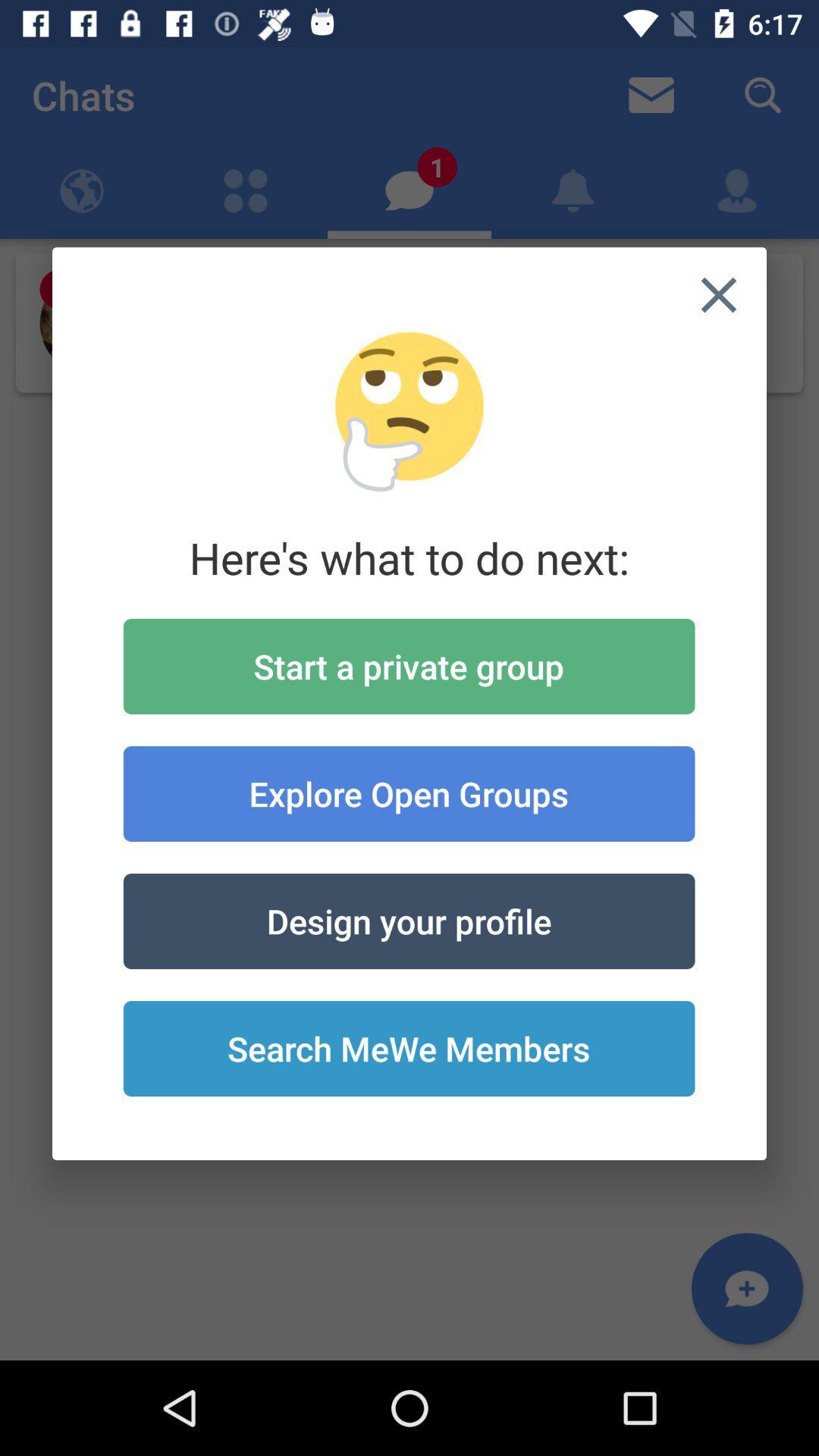  What do you see at coordinates (718, 295) in the screenshot?
I see `icon at the top right corner` at bounding box center [718, 295].